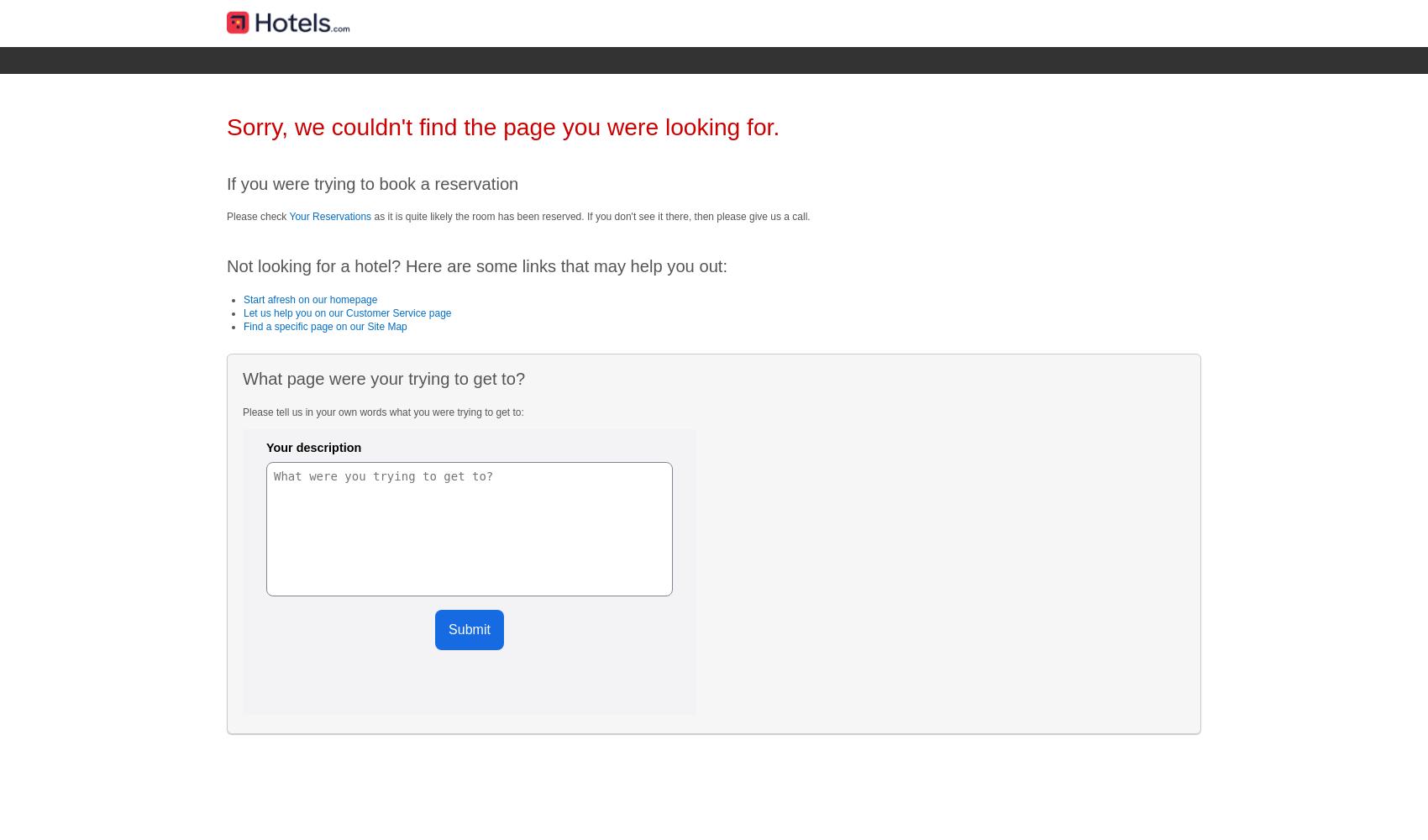  What do you see at coordinates (590, 216) in the screenshot?
I see `'as it is quite likely the room has been reserved. If you don't see it there, then please give us a call.'` at bounding box center [590, 216].